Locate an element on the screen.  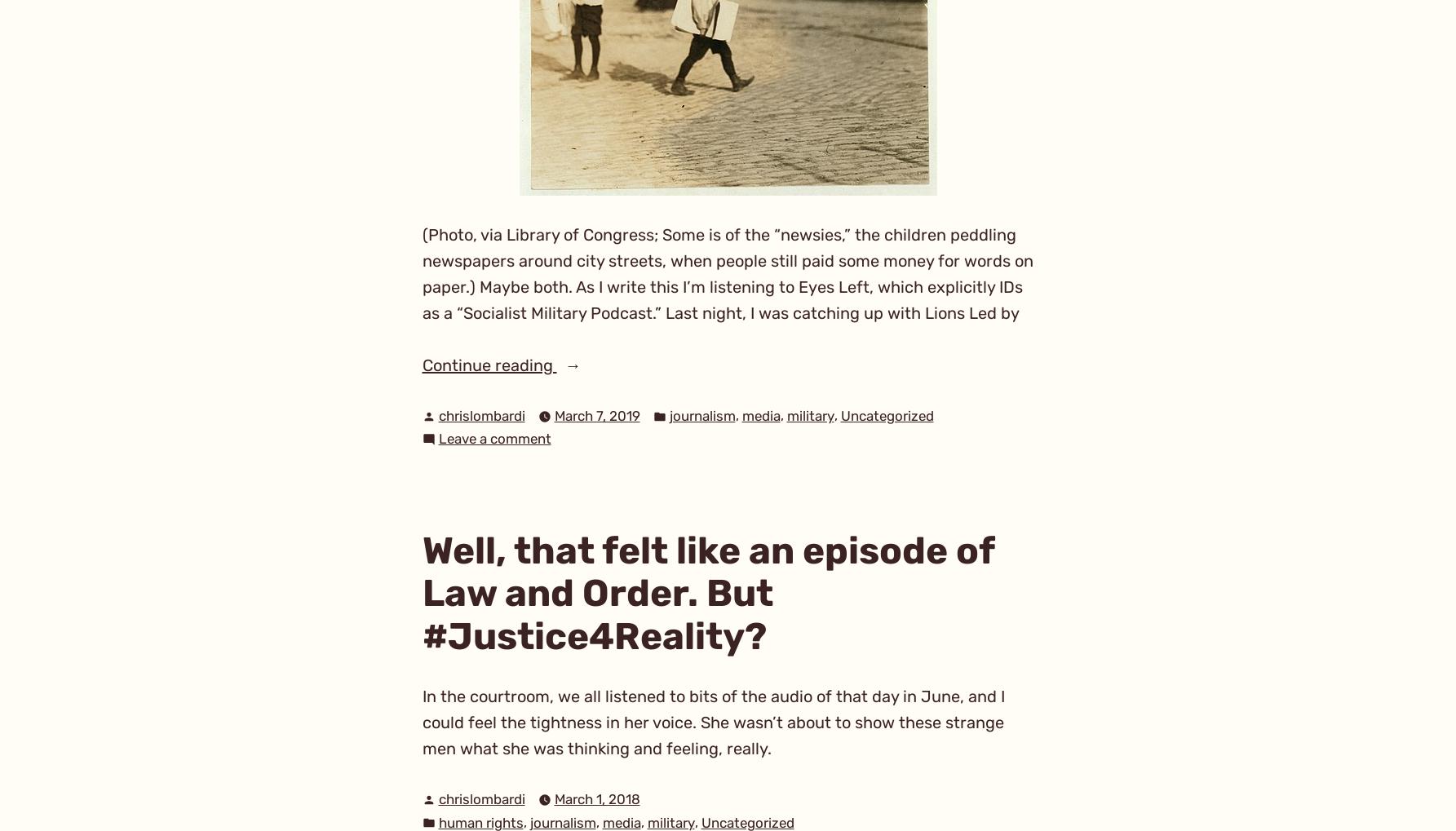
'March 1, 2018' is located at coordinates (595, 798).